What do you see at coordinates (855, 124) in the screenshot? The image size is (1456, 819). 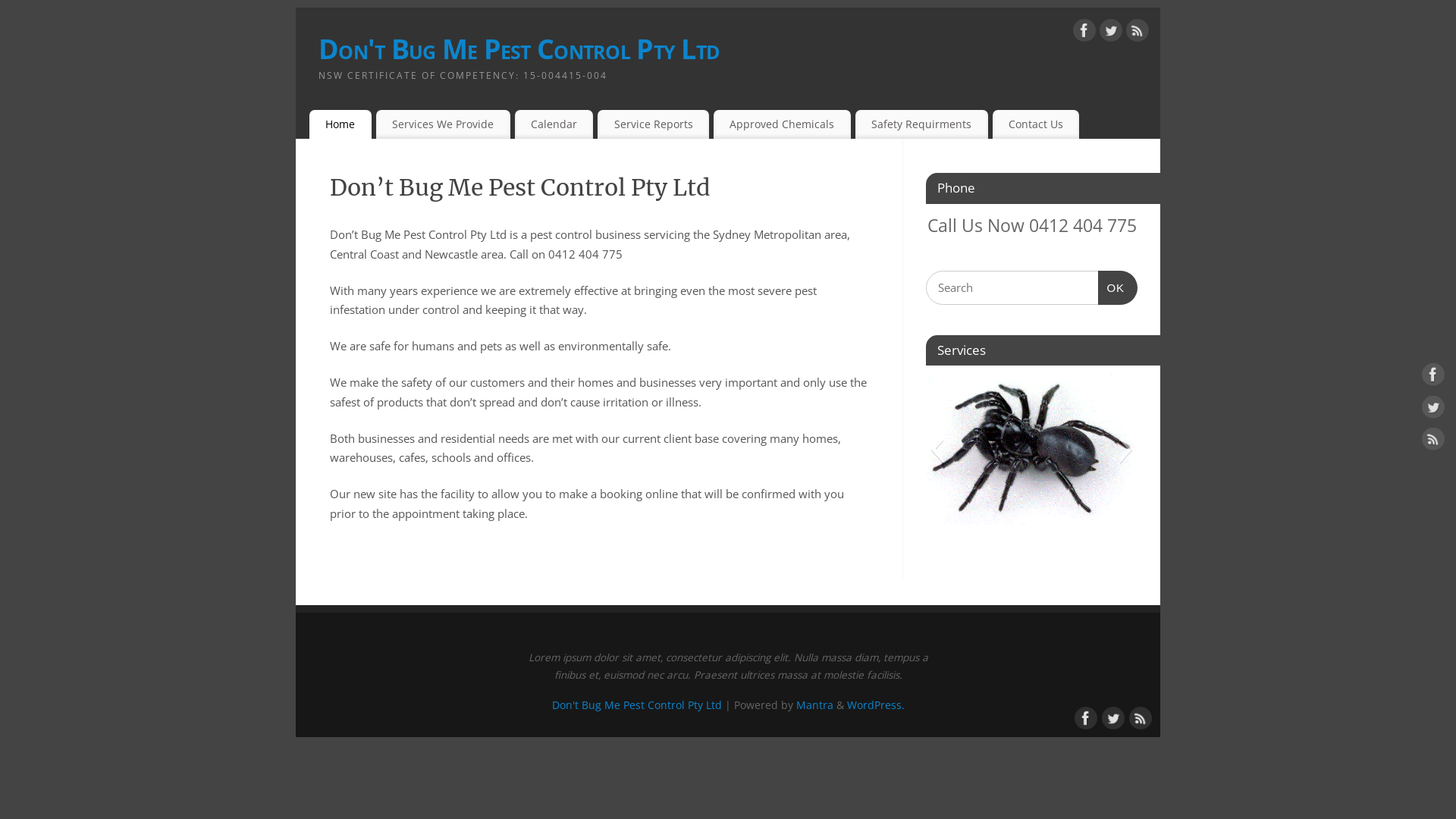 I see `'Safety Requirments'` at bounding box center [855, 124].